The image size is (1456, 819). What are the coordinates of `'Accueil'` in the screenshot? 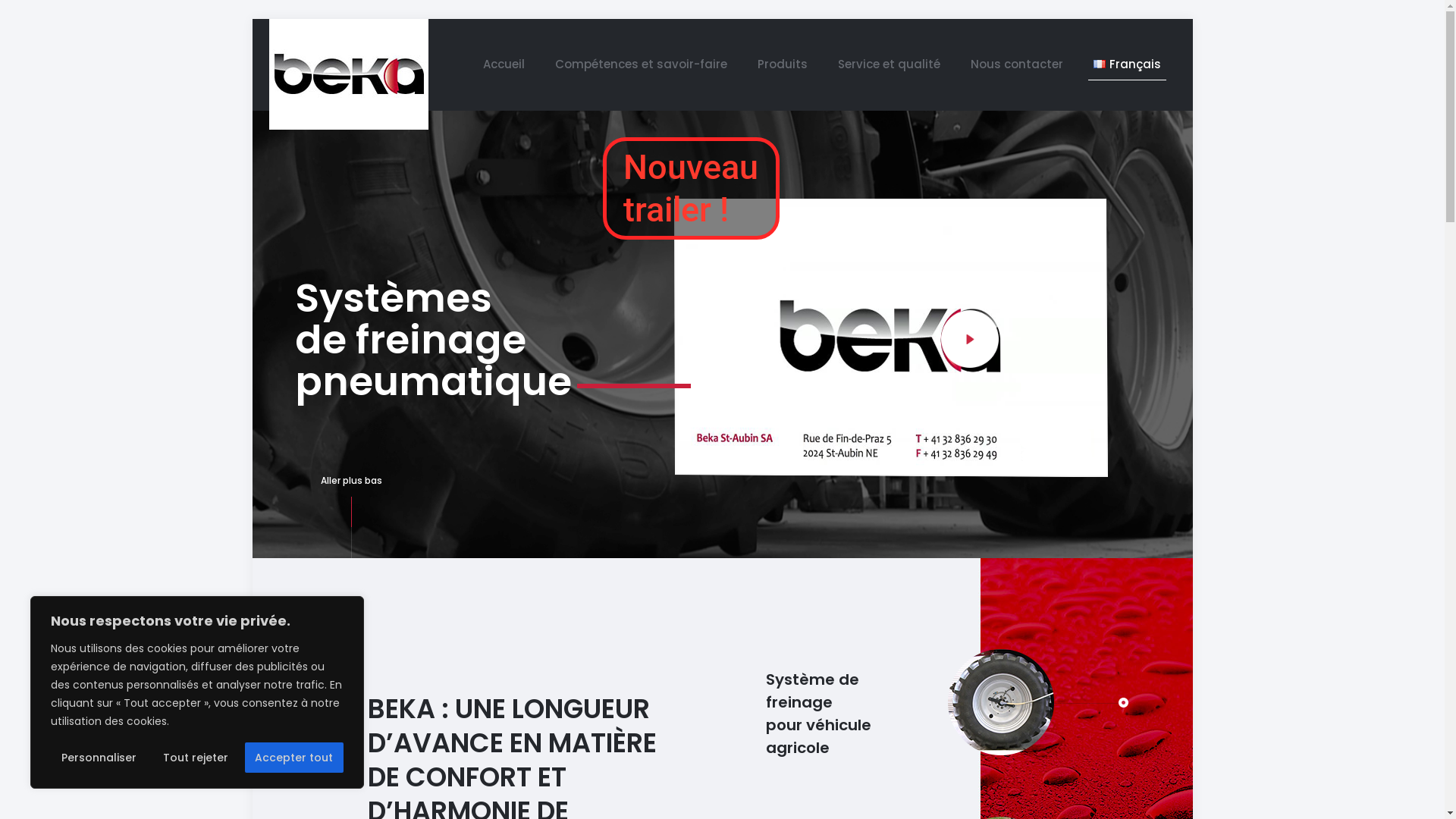 It's located at (504, 63).